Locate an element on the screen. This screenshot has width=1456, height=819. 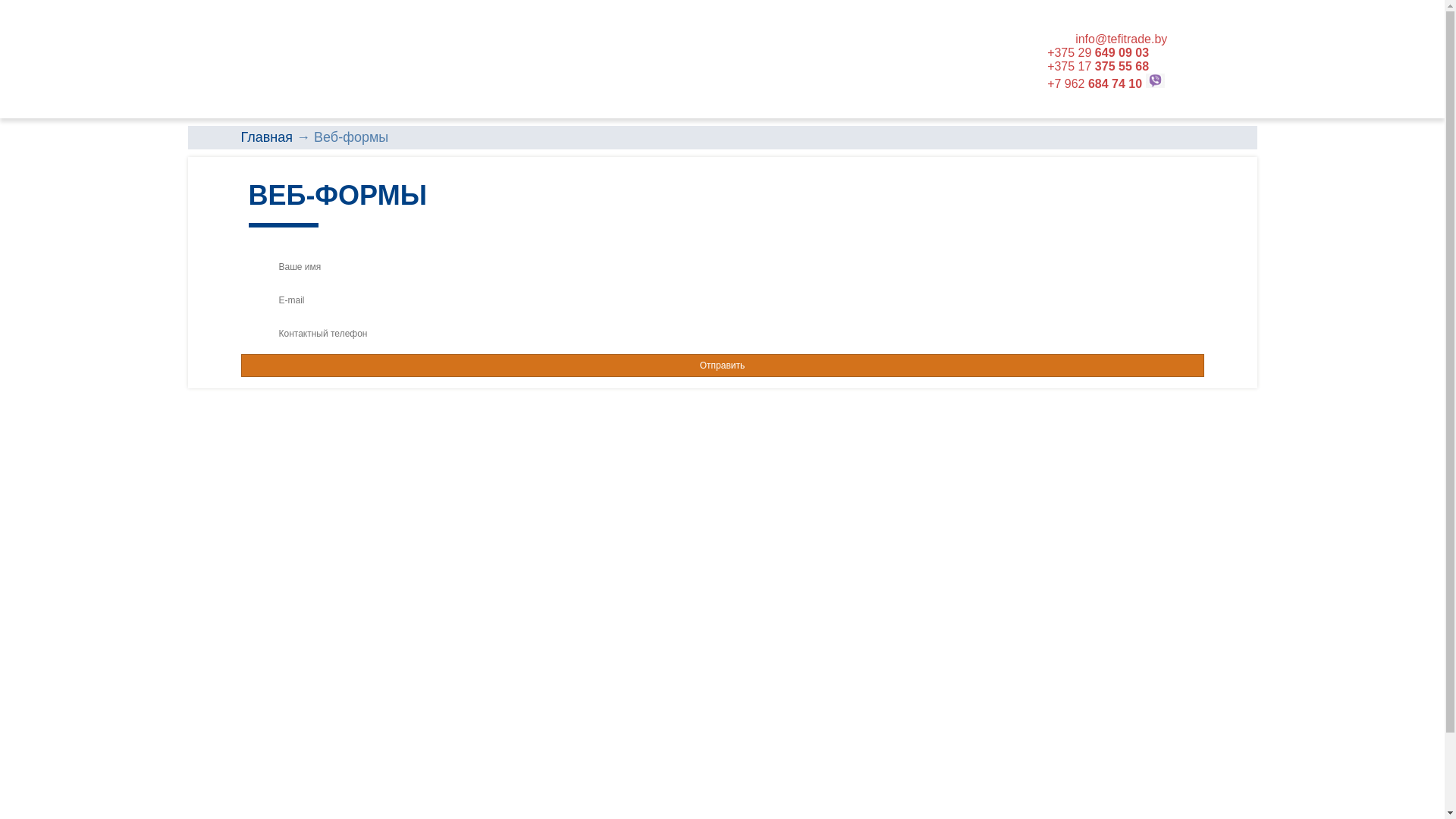
'+375 17 375 55 68' is located at coordinates (1098, 65).